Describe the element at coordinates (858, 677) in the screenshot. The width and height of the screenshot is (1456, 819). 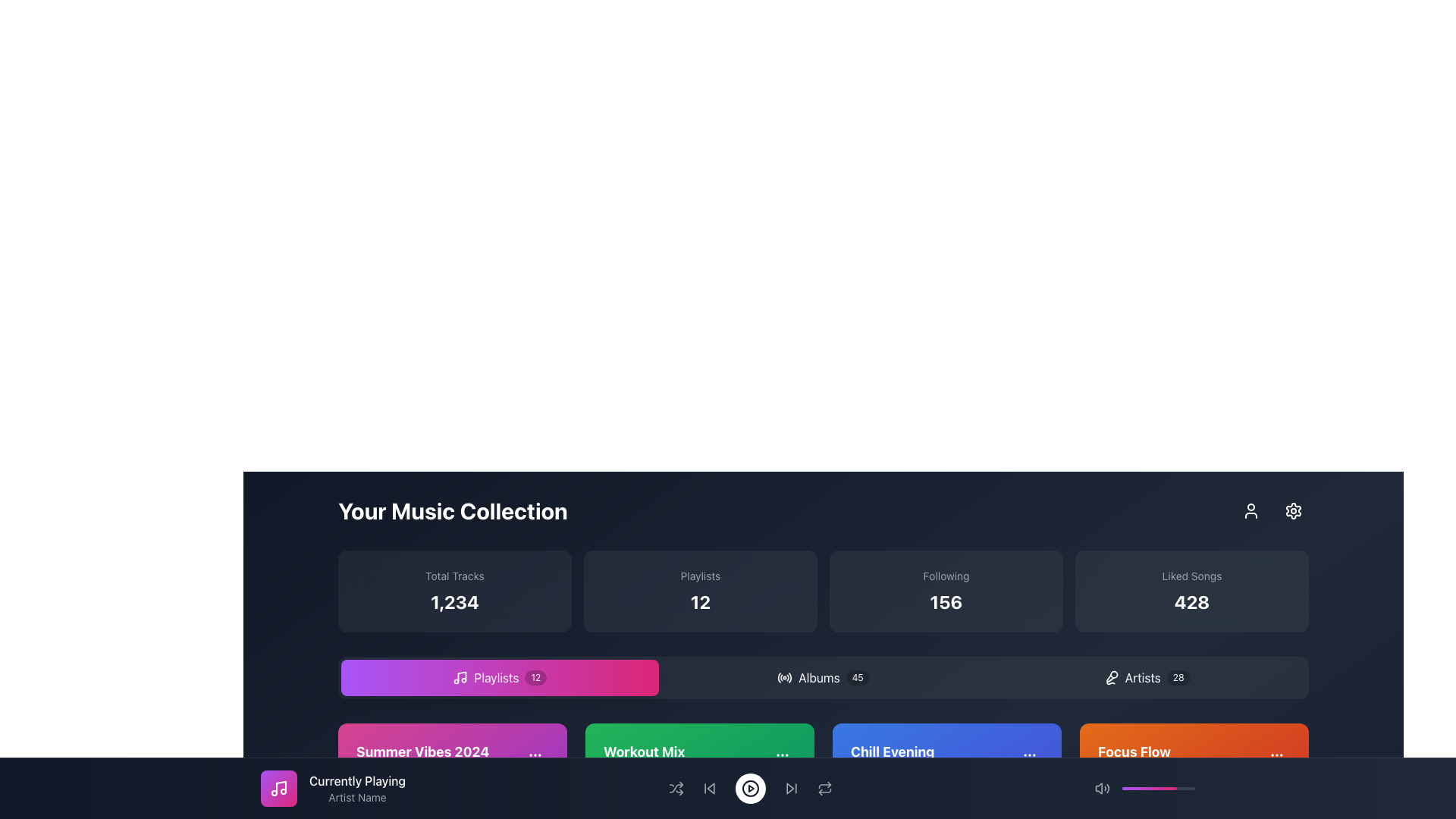
I see `the badge component displaying the number '45', which is located in the 'Albums' section, to the right of the 'Albums' text label` at that location.